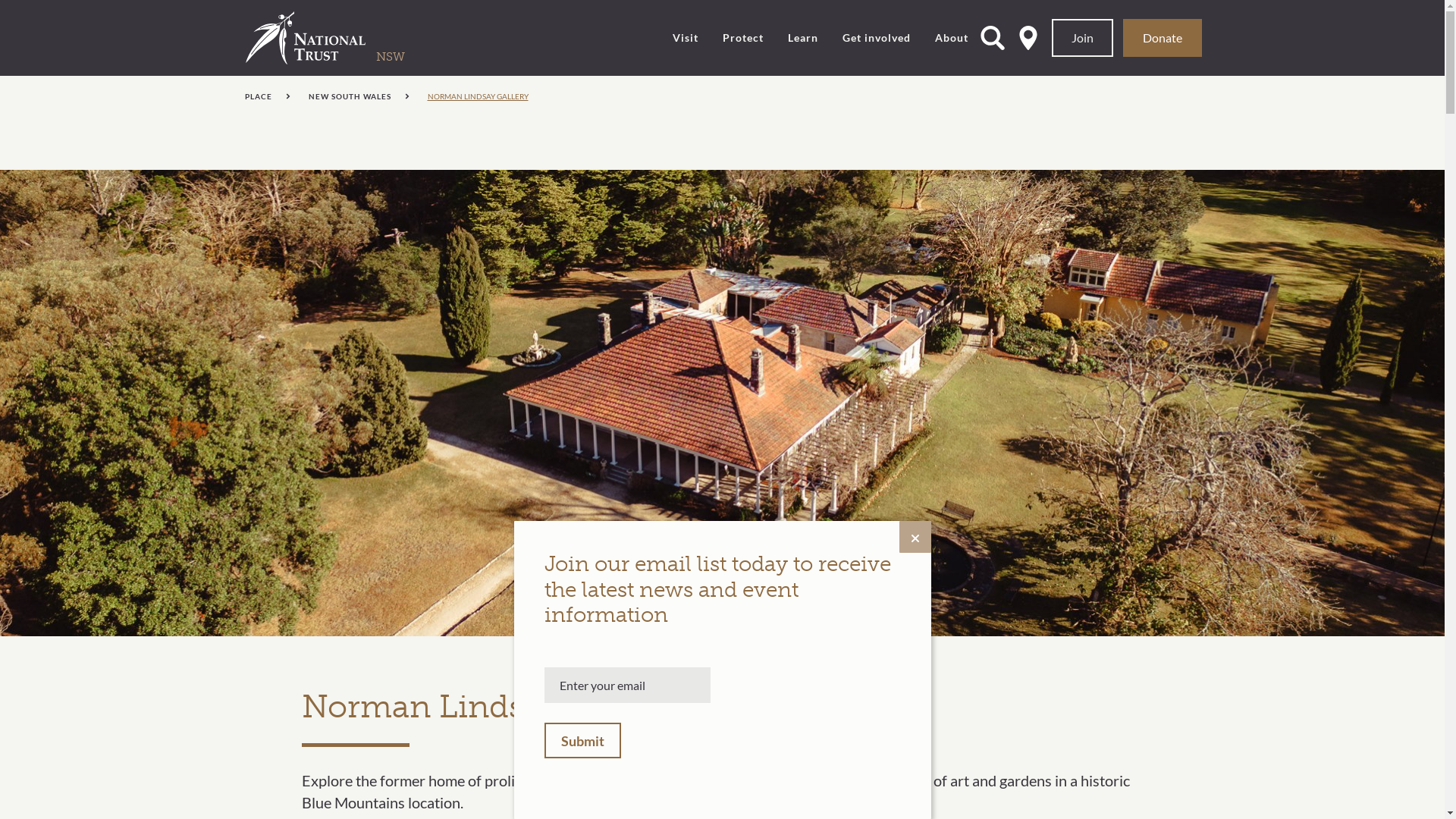 This screenshot has width=1456, height=819. What do you see at coordinates (1028, 37) in the screenshot?
I see `'Select State'` at bounding box center [1028, 37].